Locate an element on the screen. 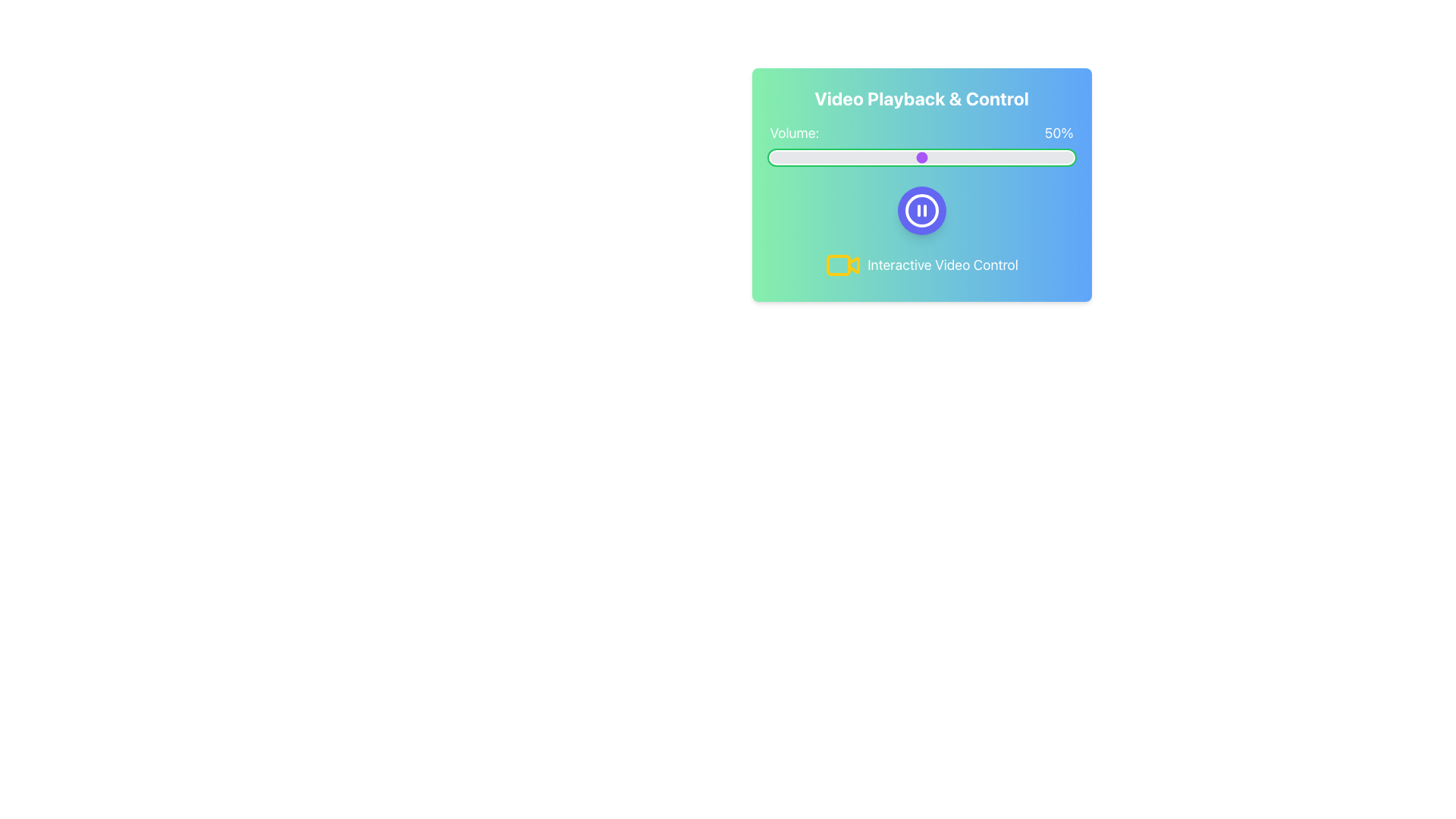 Image resolution: width=1456 pixels, height=819 pixels. the volume is located at coordinates (982, 158).